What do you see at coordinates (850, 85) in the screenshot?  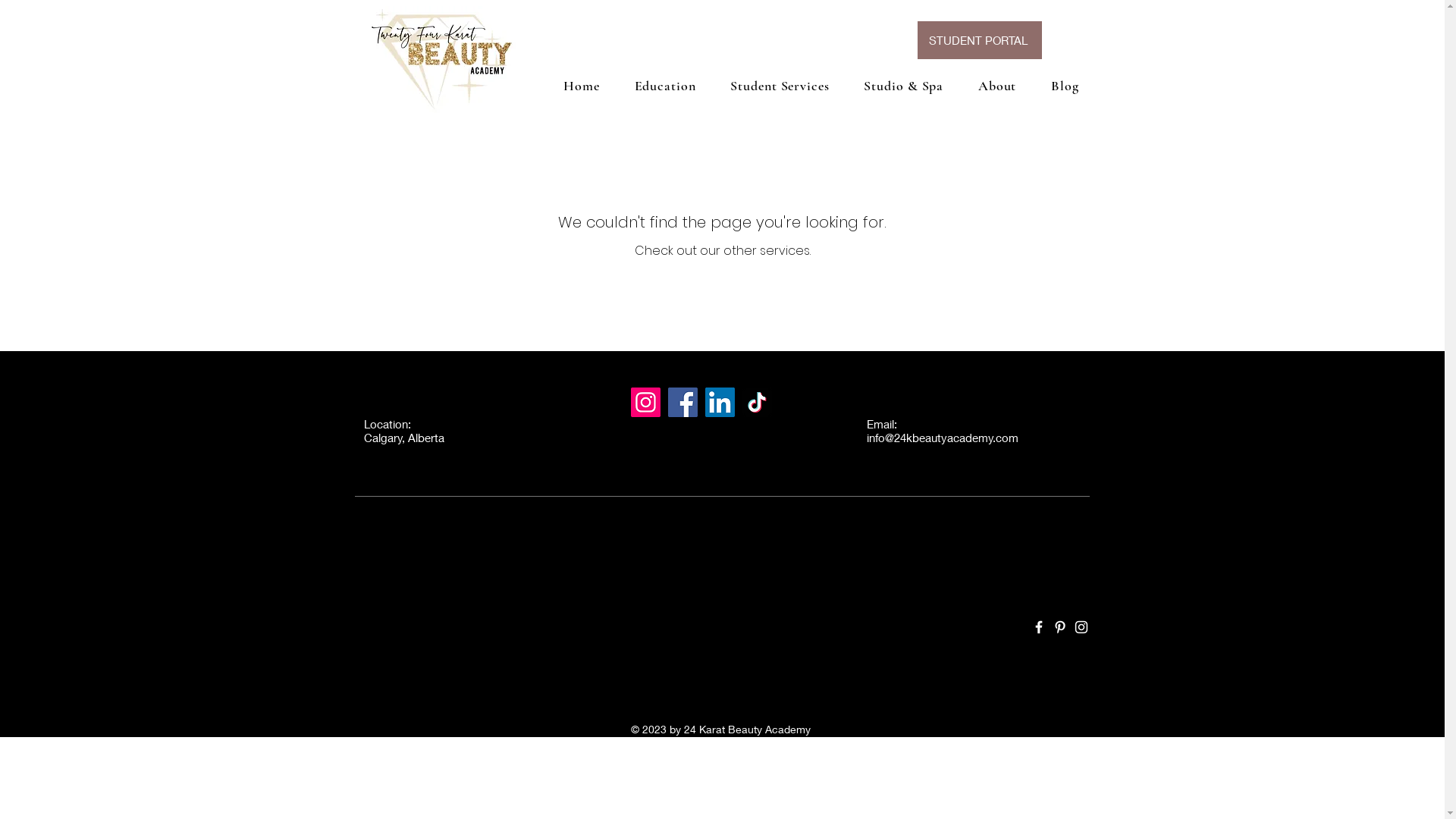 I see `'Studio & Spa'` at bounding box center [850, 85].